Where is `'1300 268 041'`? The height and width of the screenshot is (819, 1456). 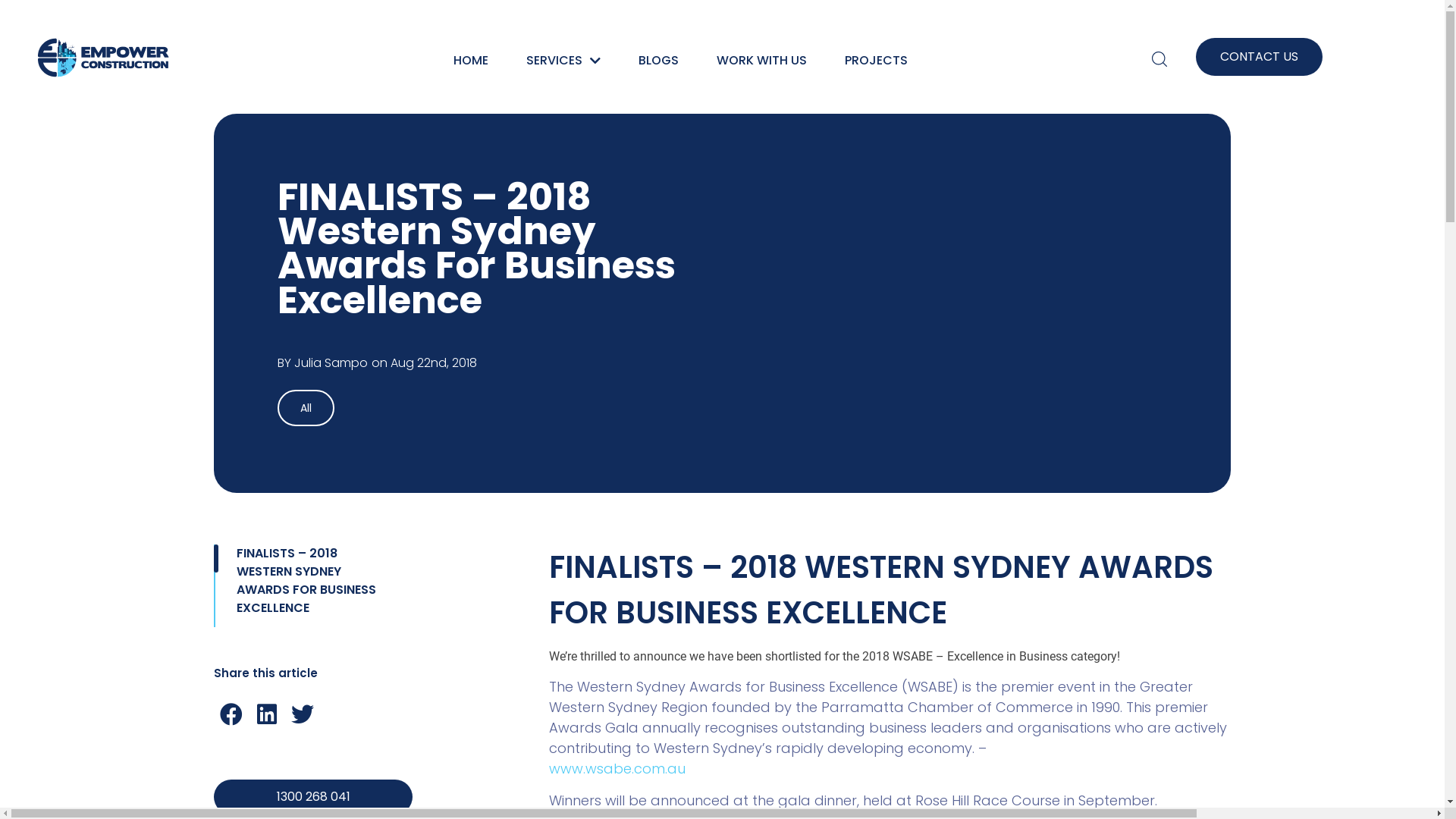
'1300 268 041' is located at coordinates (213, 795).